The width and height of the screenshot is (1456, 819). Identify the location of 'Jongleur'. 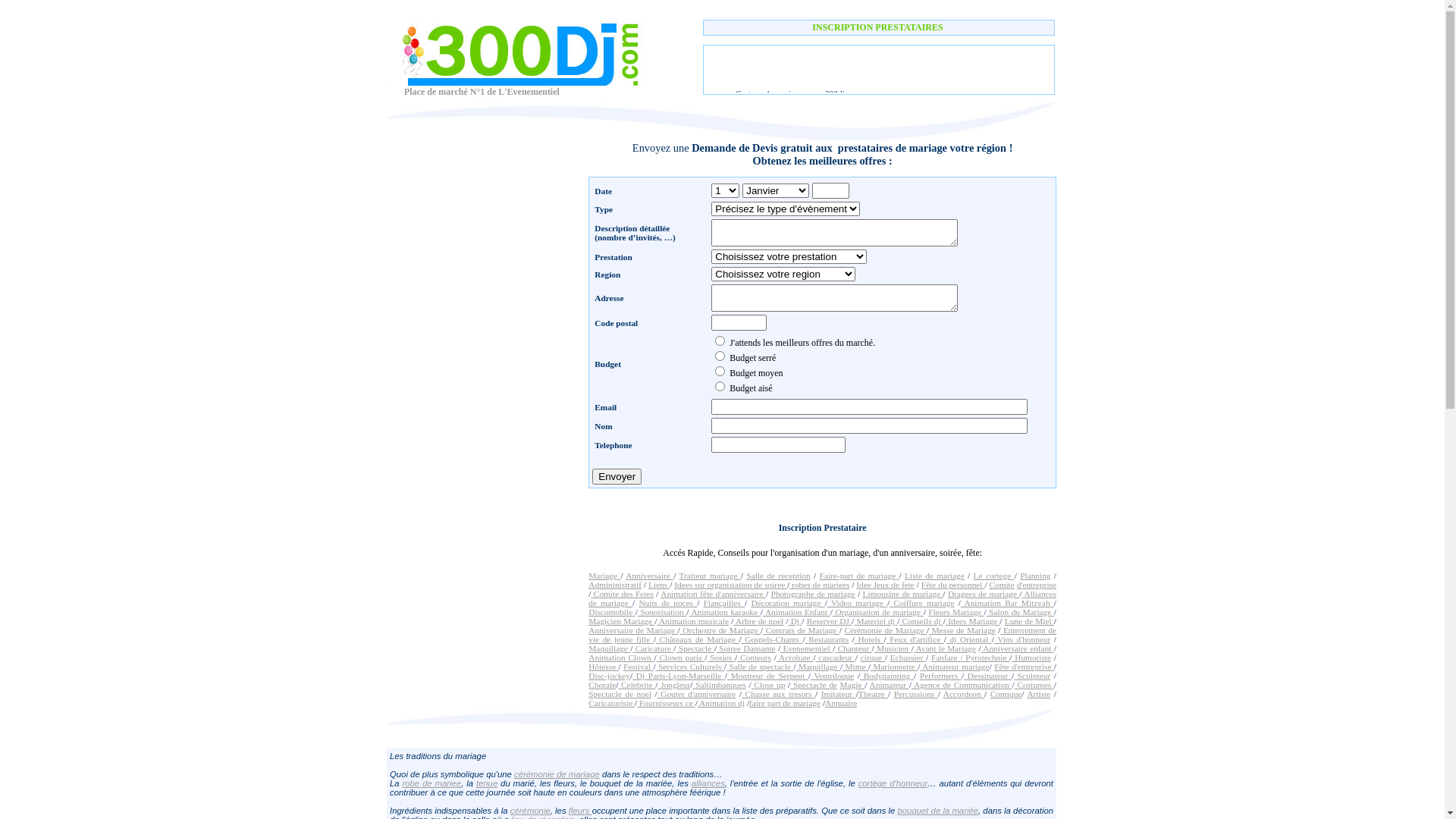
(673, 684).